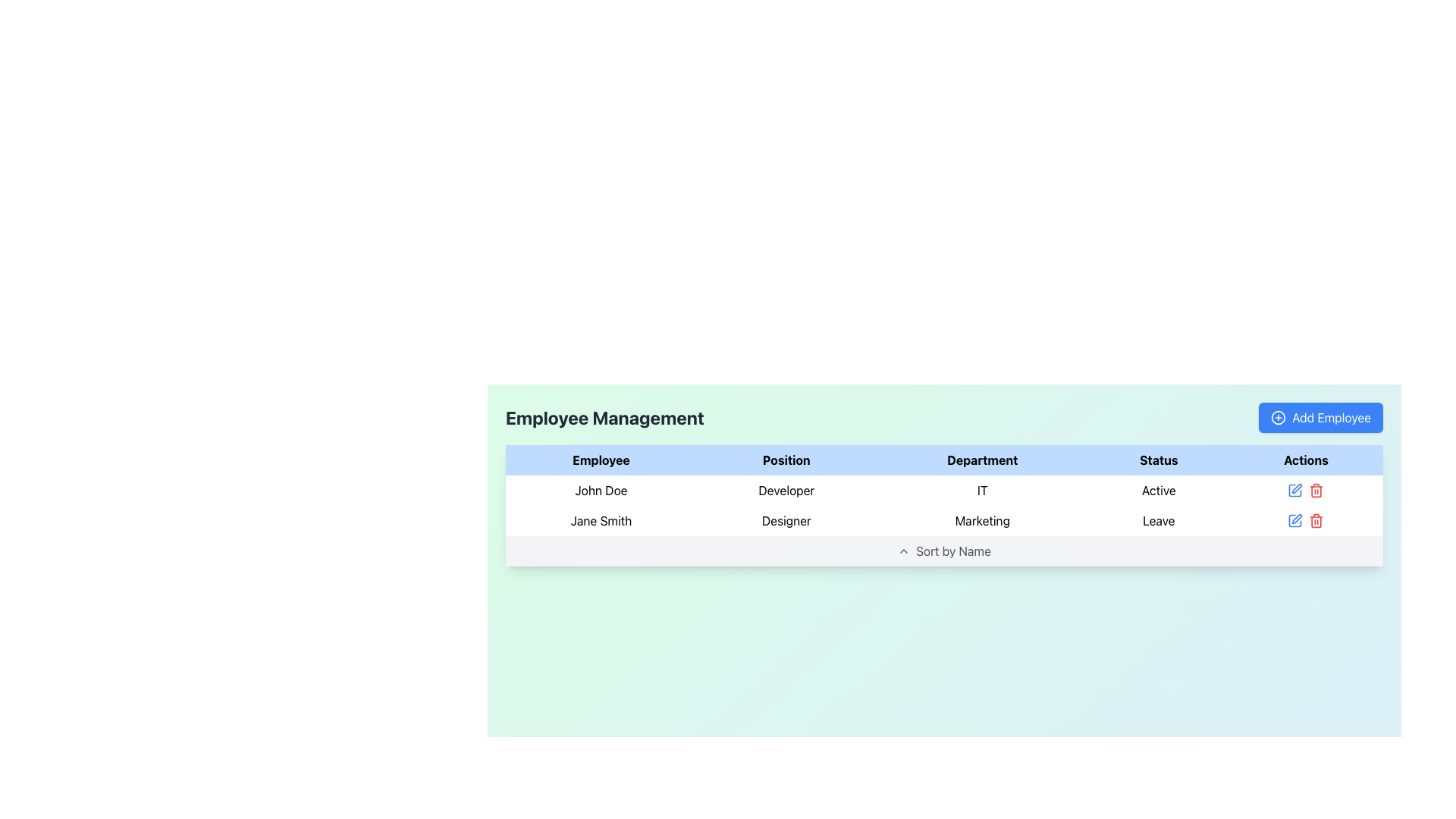 The width and height of the screenshot is (1456, 819). I want to click on the 'Actions' text label located in the top-right corner of the table header, which serves as a header title for action-related icons or buttons, so click(1305, 459).